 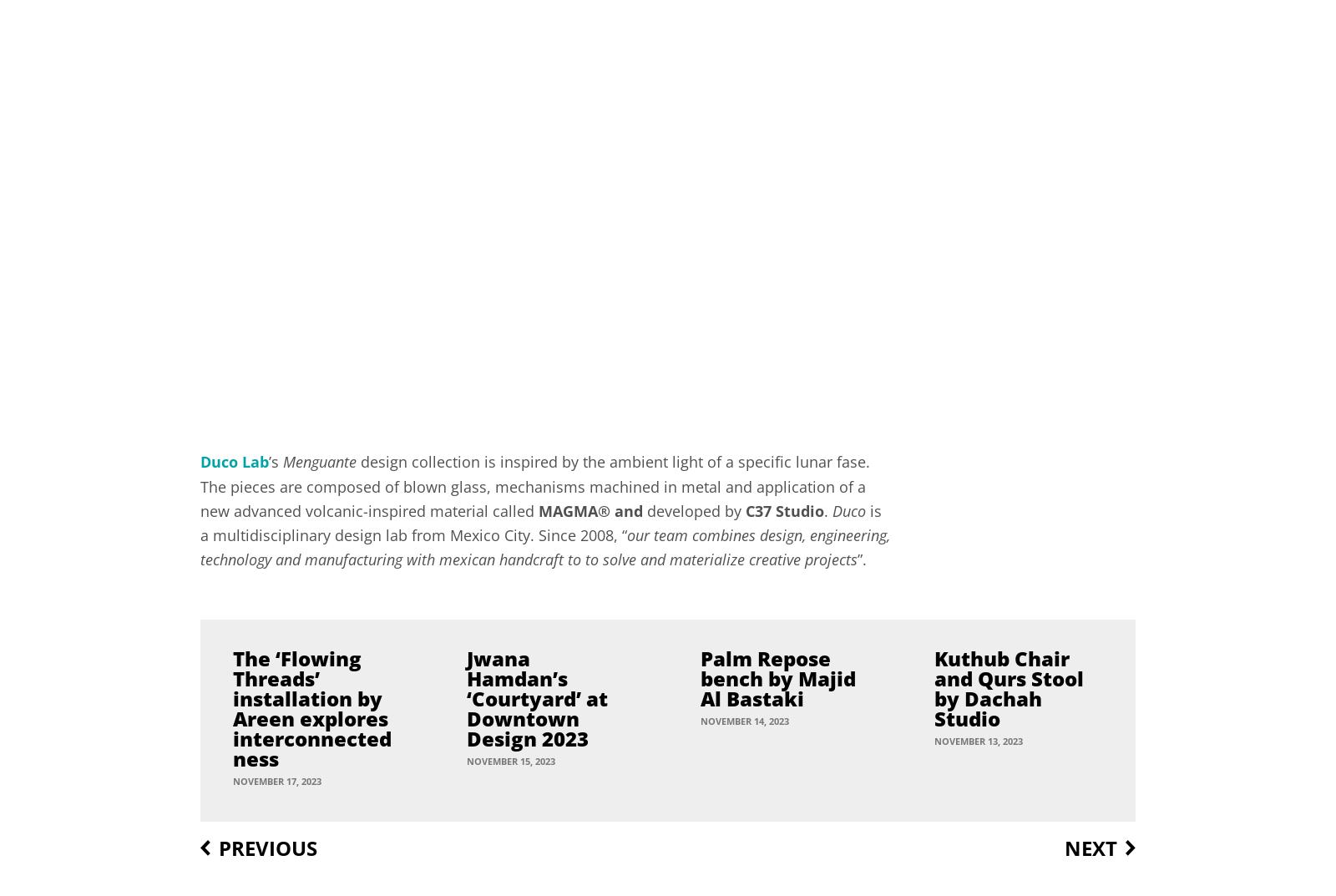 I want to click on 'November 14, 2023', so click(x=744, y=719).